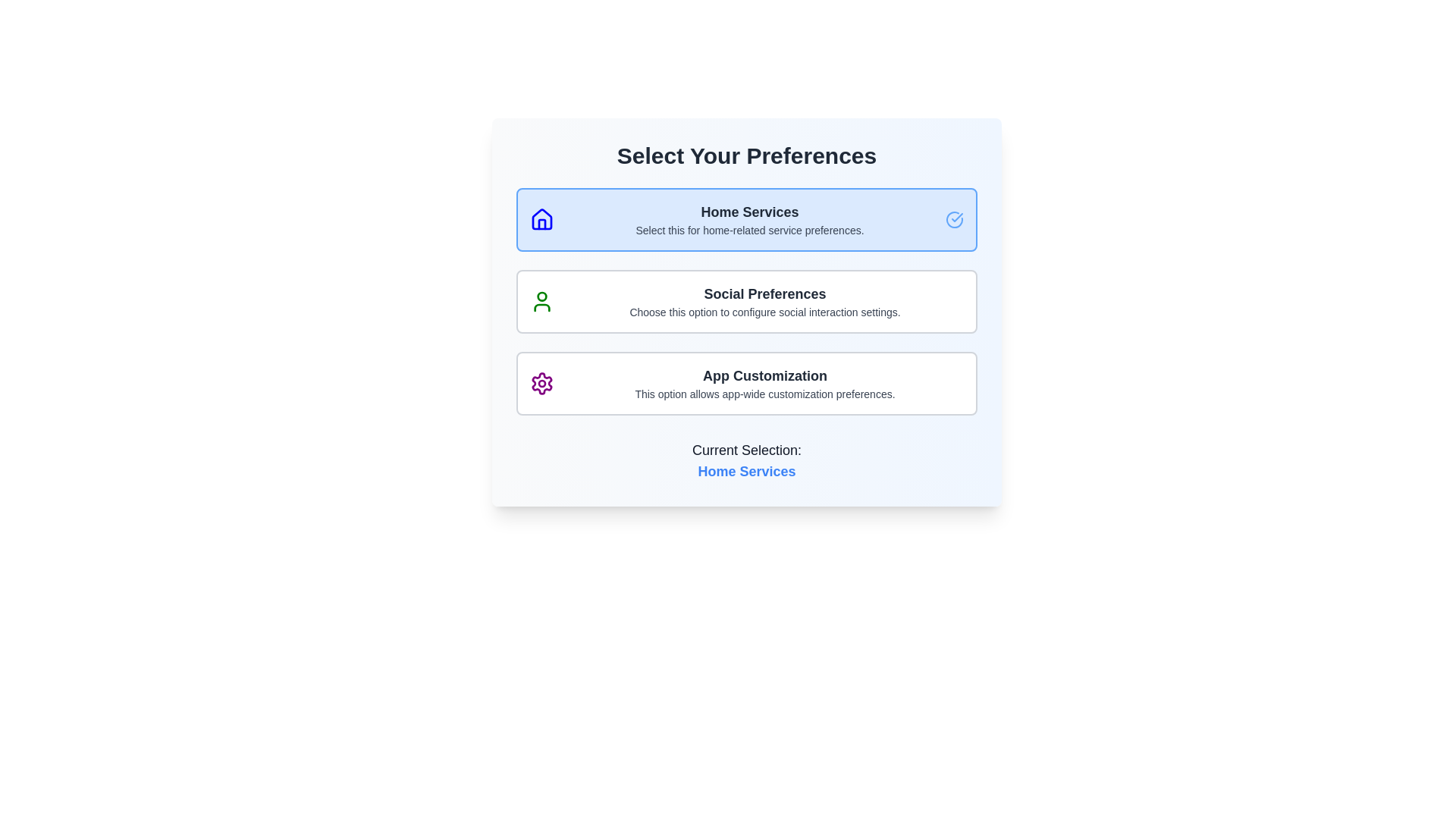 This screenshot has width=1456, height=819. Describe the element at coordinates (746, 460) in the screenshot. I see `the Text Label that displays the user's current selection, located at the bottom of the 'Select Your Preferences' panel` at that location.